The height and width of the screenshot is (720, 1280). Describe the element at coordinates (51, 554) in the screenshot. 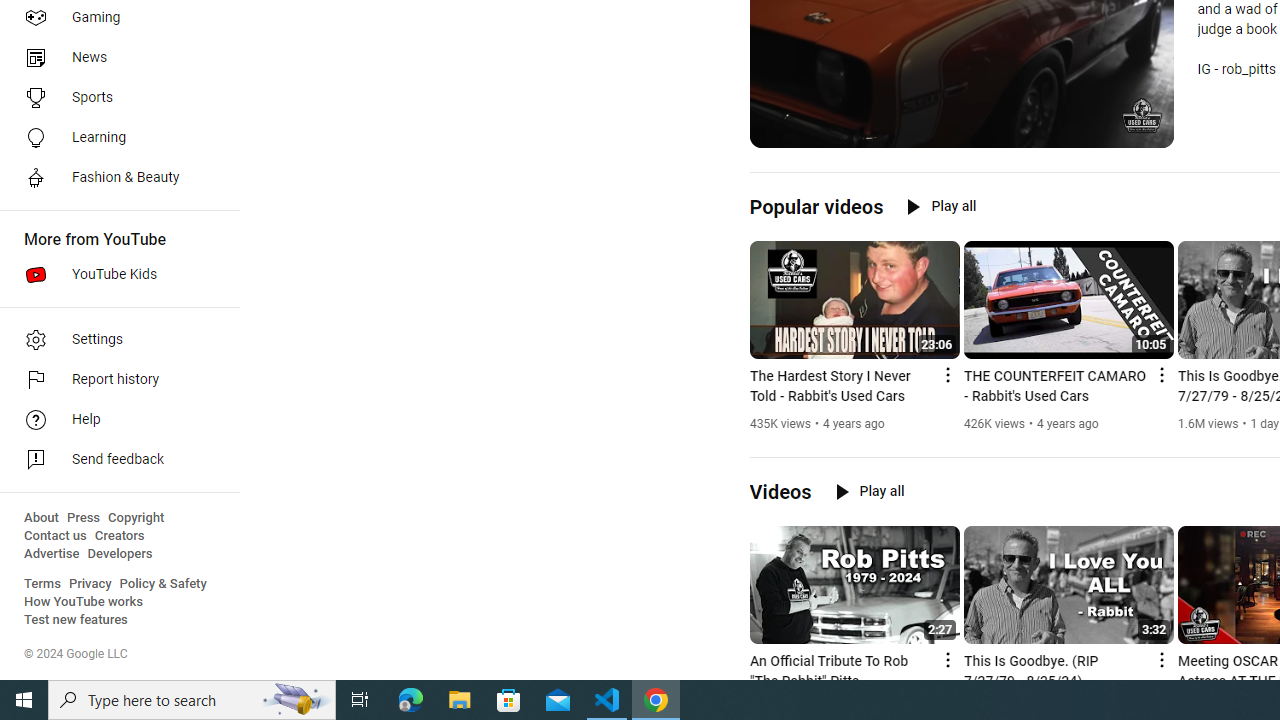

I see `'Advertise'` at that location.